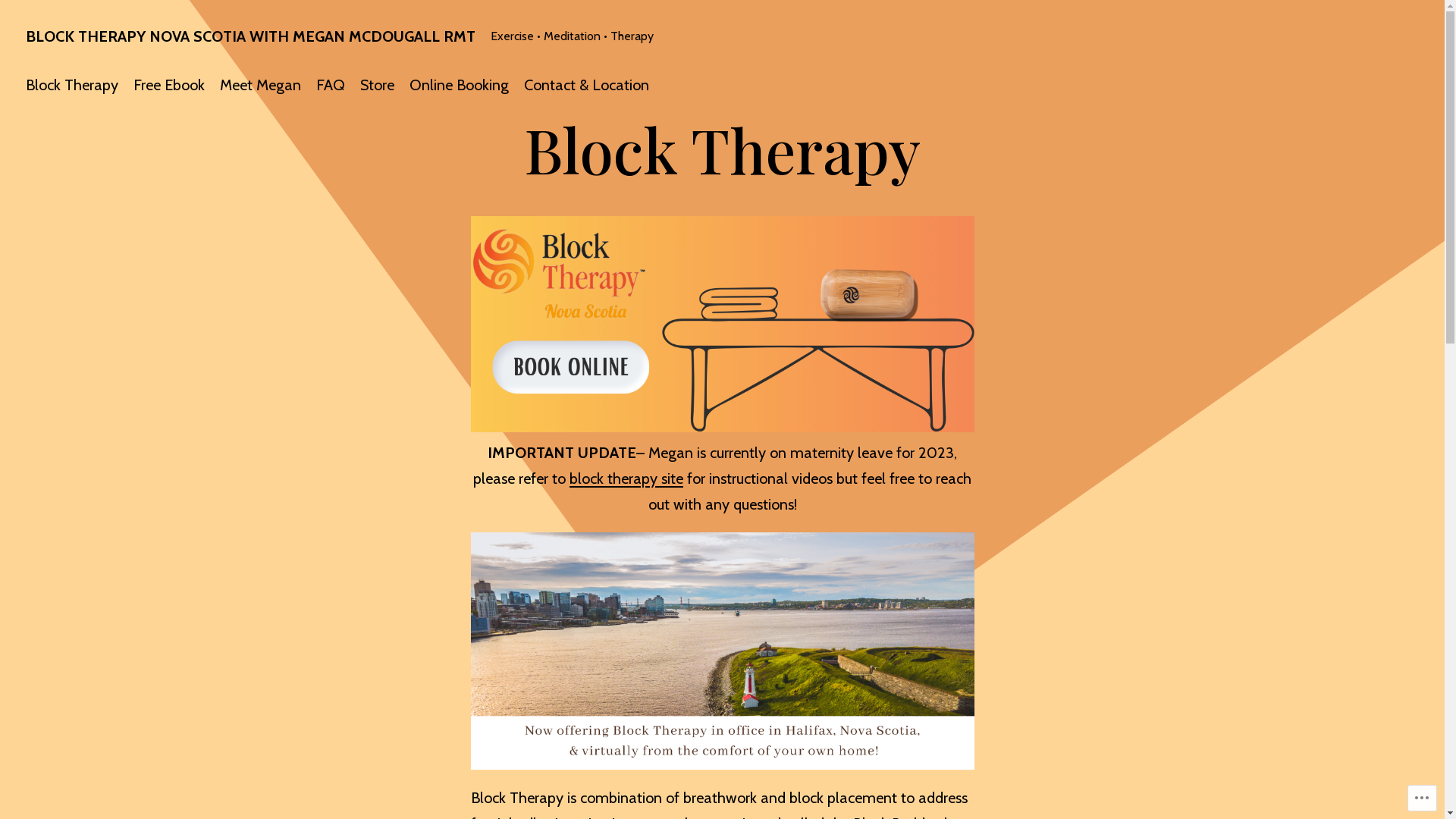  What do you see at coordinates (458, 84) in the screenshot?
I see `'Online Booking'` at bounding box center [458, 84].